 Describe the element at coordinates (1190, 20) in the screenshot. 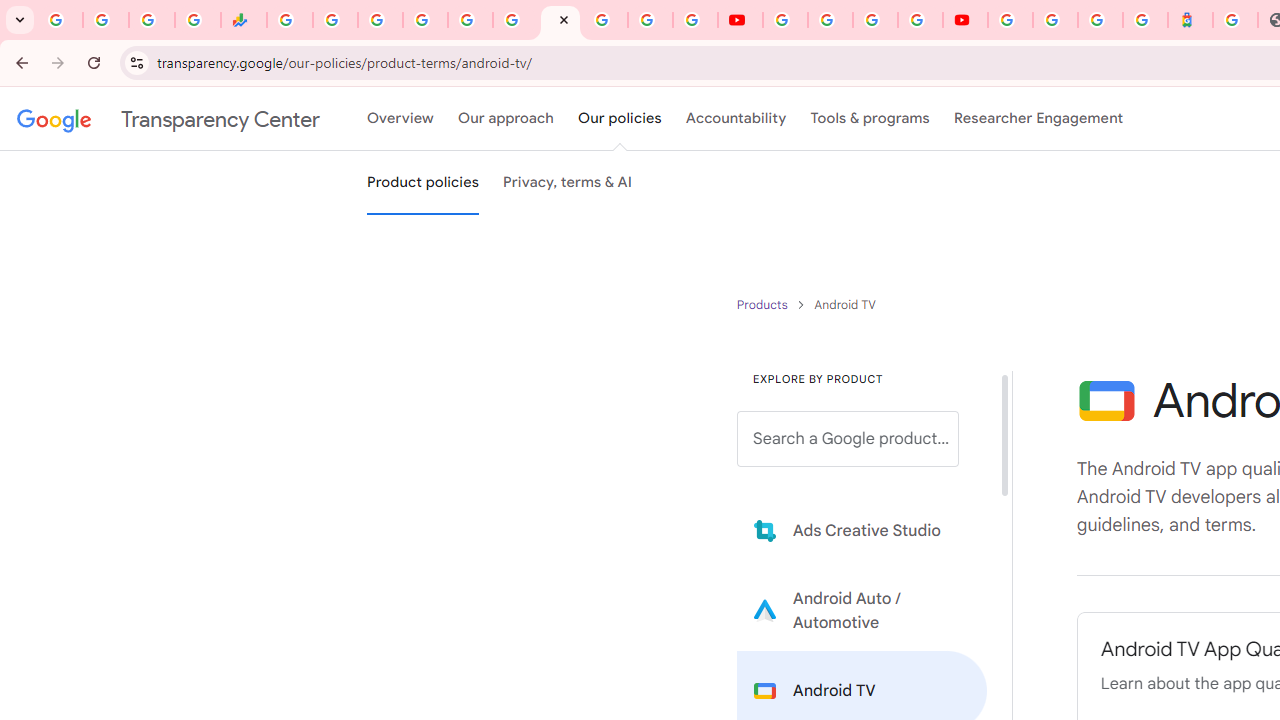

I see `'Atour Hotel - Google hotels'` at that location.